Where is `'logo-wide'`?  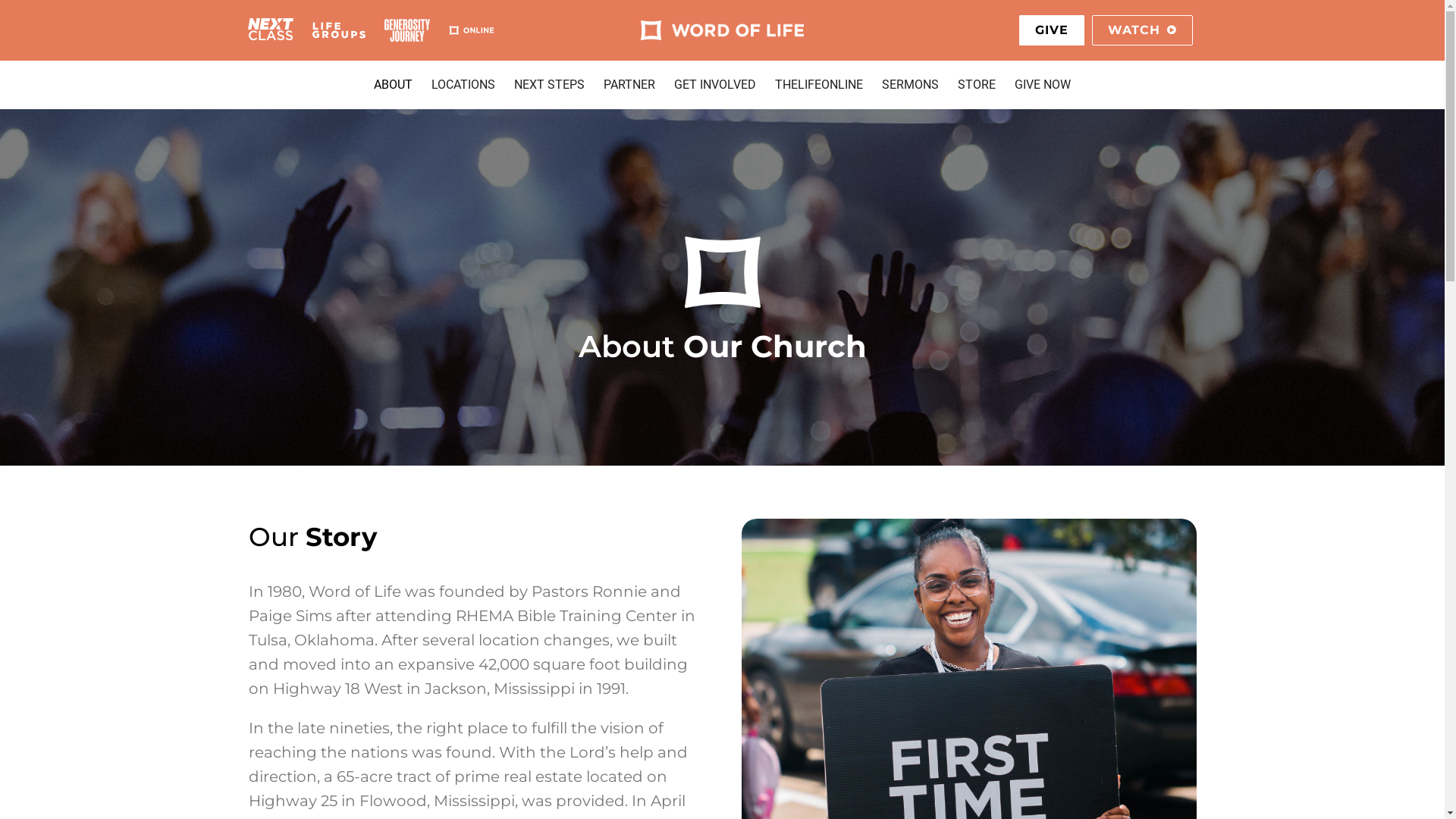 'logo-wide' is located at coordinates (720, 271).